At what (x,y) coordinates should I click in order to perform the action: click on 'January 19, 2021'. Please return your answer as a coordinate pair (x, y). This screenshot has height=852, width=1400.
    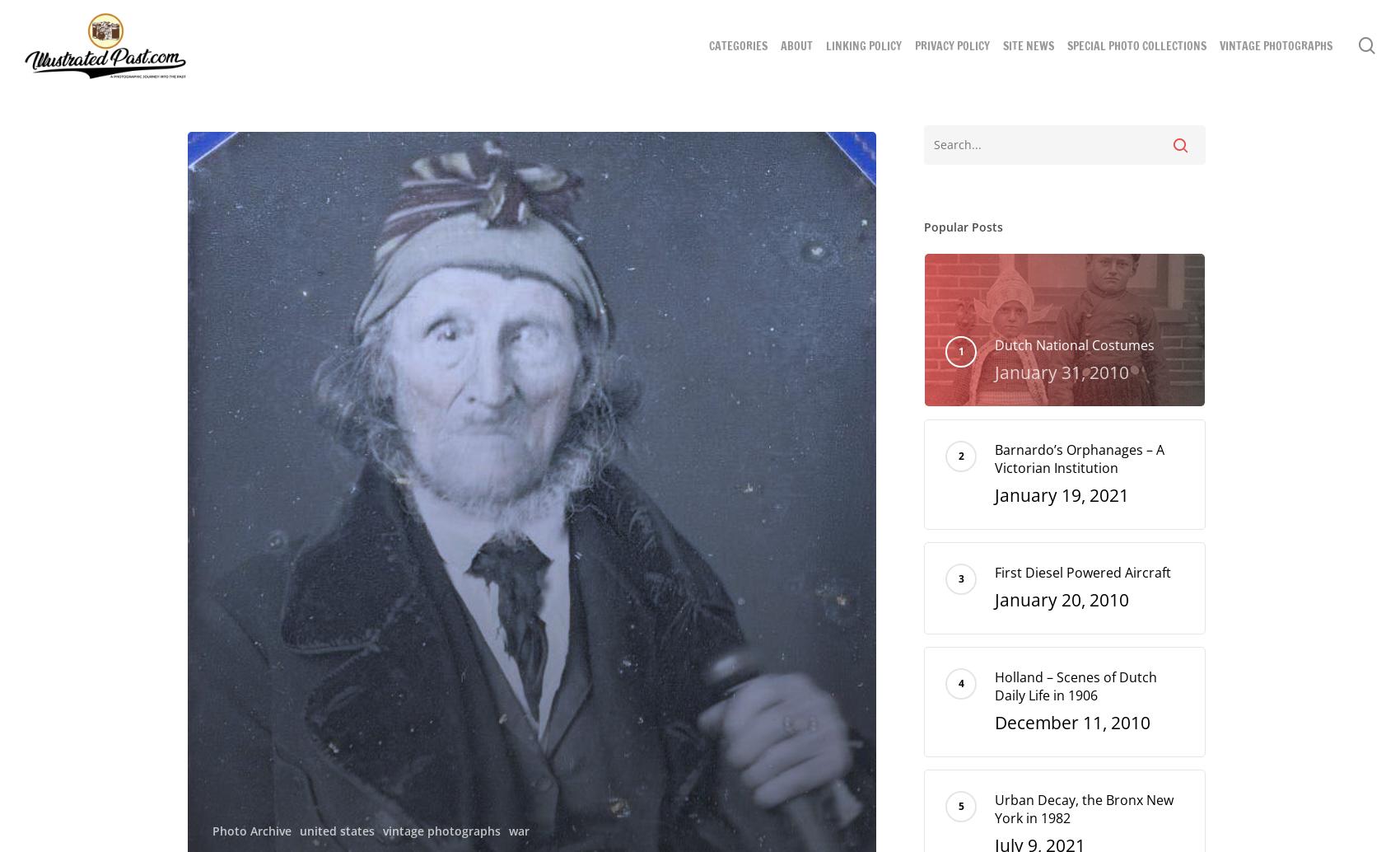
    Looking at the image, I should click on (1062, 494).